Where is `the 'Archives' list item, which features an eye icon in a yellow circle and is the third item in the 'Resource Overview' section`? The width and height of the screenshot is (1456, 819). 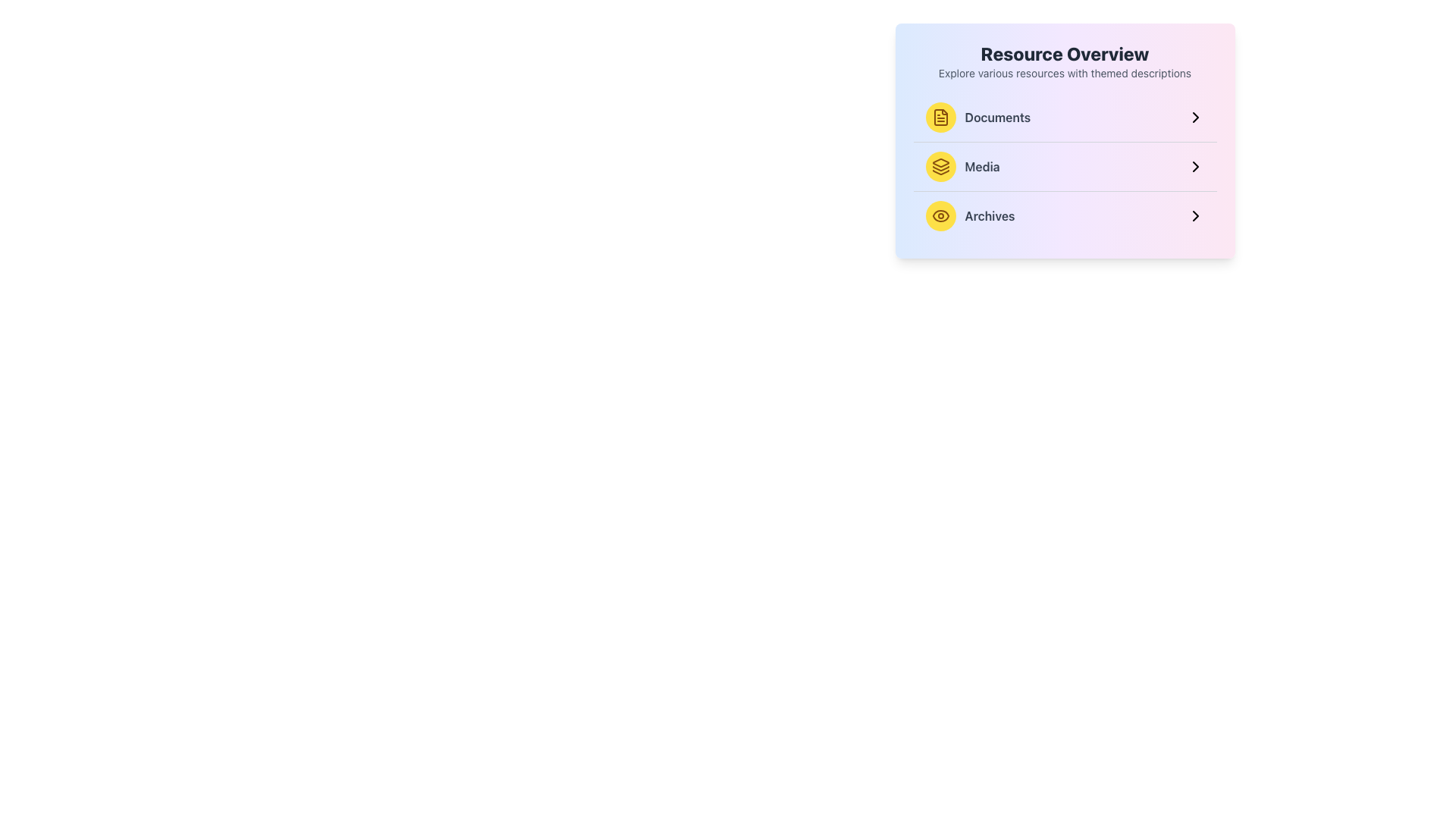
the 'Archives' list item, which features an eye icon in a yellow circle and is the third item in the 'Resource Overview' section is located at coordinates (969, 216).